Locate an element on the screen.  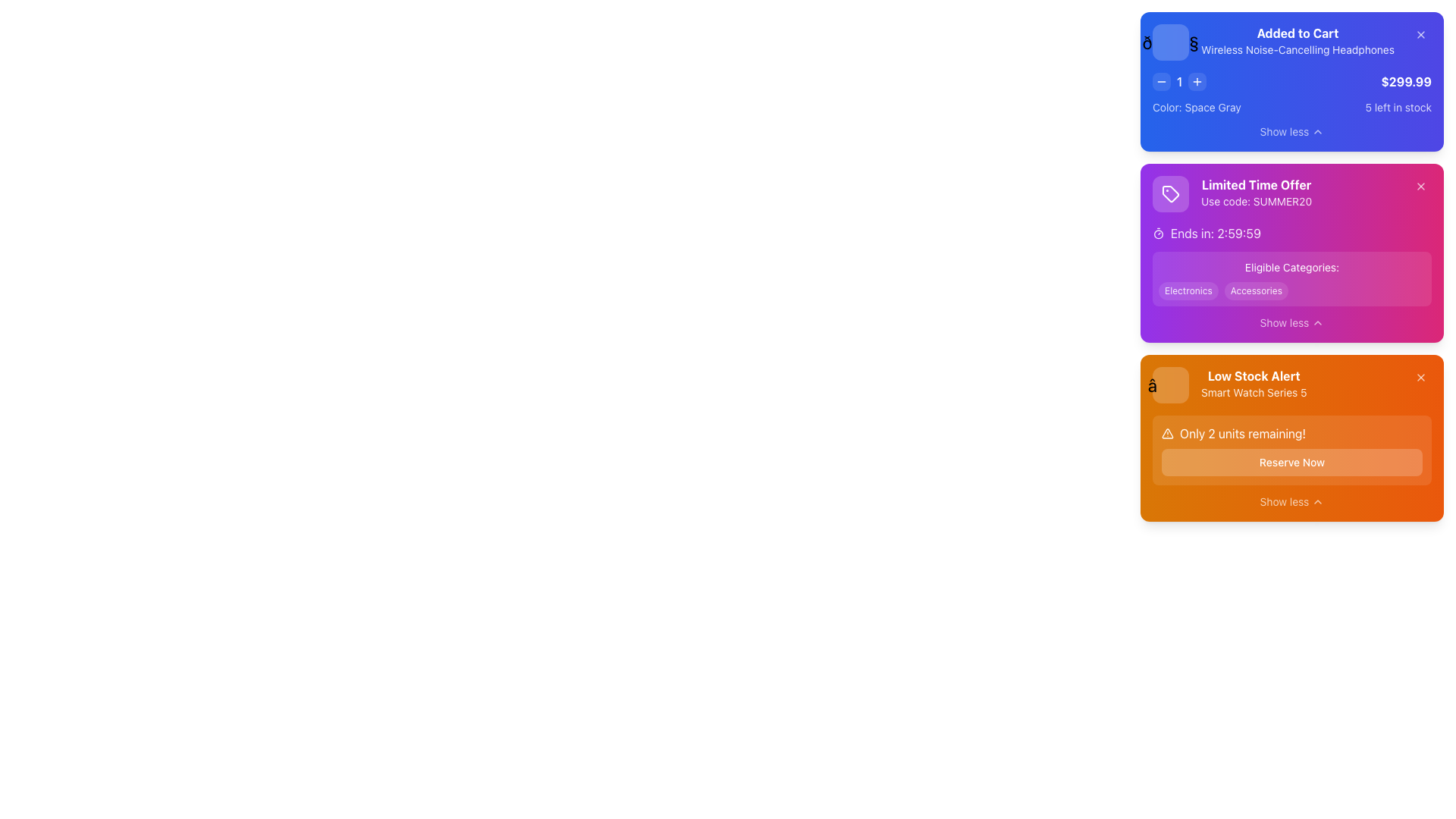
the 'Show less' button with an upward chevron icon to change the text color from semi-transparent white to solid white is located at coordinates (1291, 130).